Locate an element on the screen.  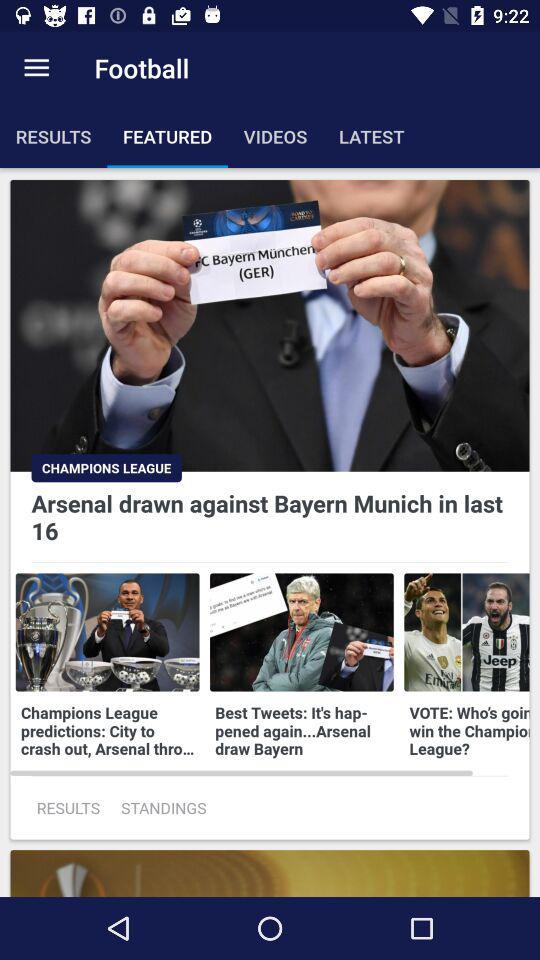
the icon to the left of football is located at coordinates (36, 68).